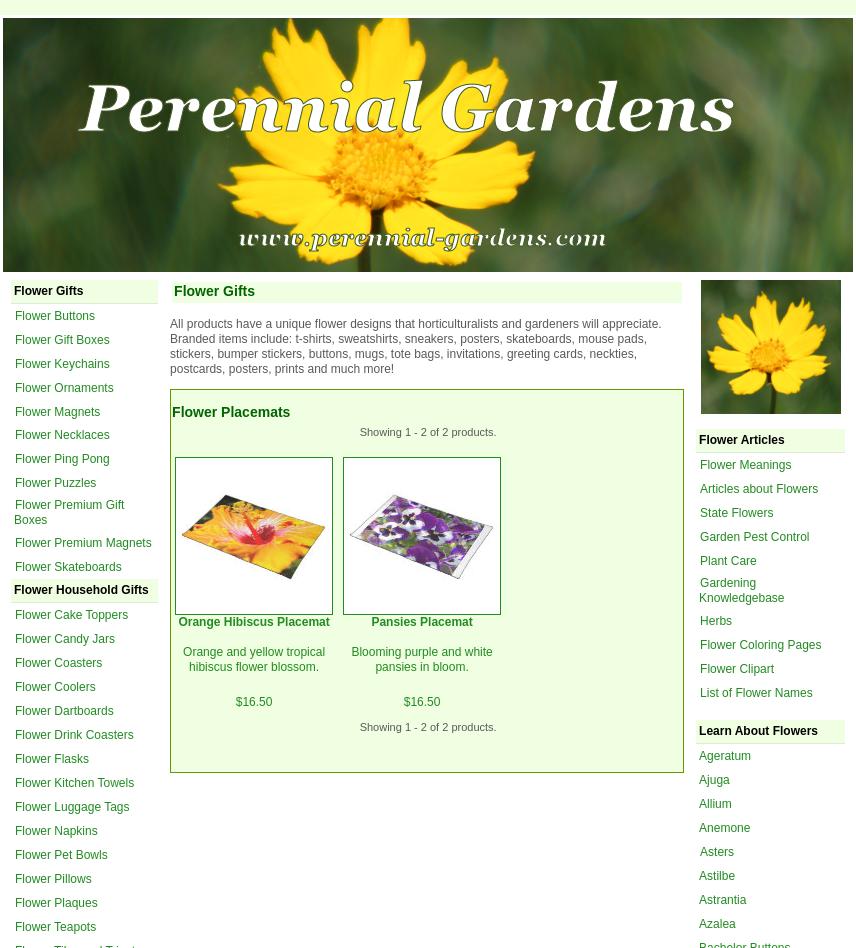 This screenshot has width=856, height=948. Describe the element at coordinates (728, 559) in the screenshot. I see `'Plant 
                          Care'` at that location.